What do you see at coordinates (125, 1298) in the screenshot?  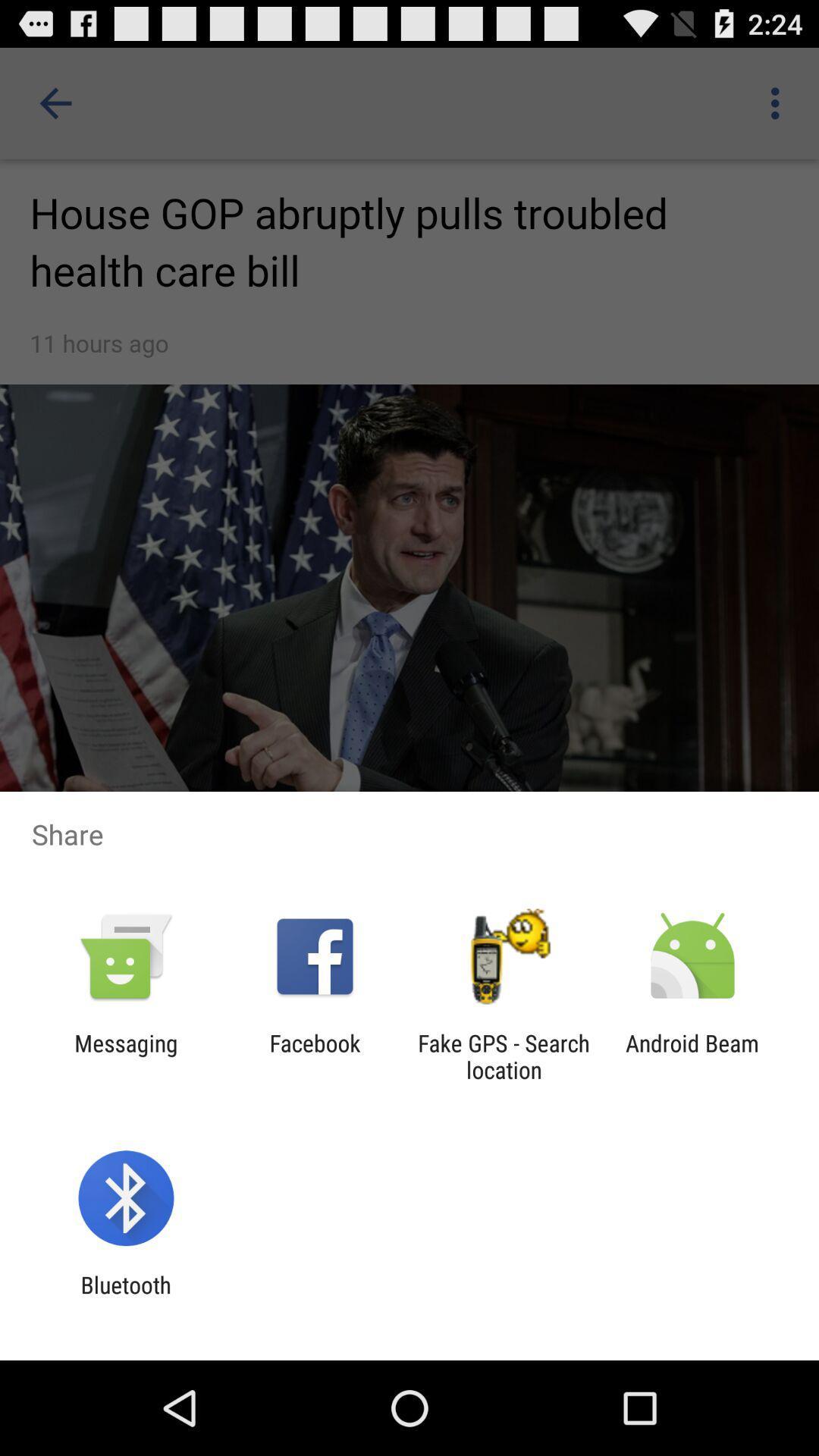 I see `the bluetooth icon` at bounding box center [125, 1298].